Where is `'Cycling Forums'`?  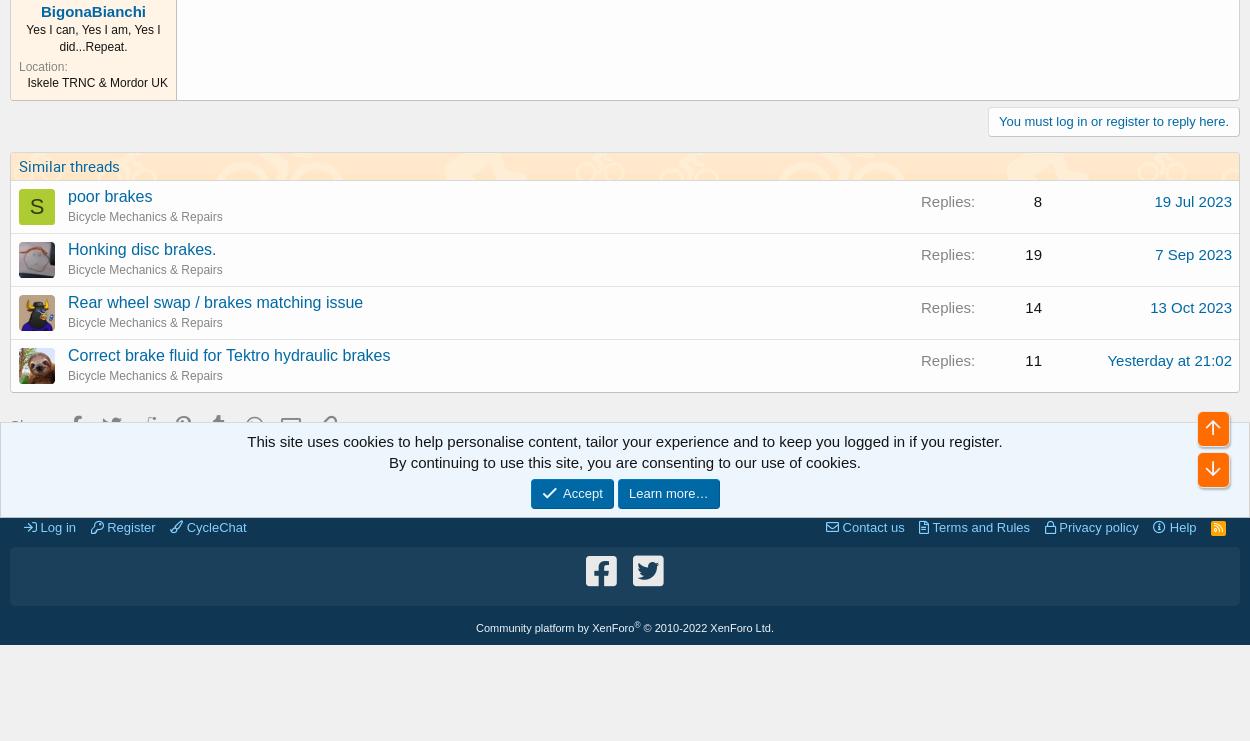
'Cycling Forums' is located at coordinates (10, 466).